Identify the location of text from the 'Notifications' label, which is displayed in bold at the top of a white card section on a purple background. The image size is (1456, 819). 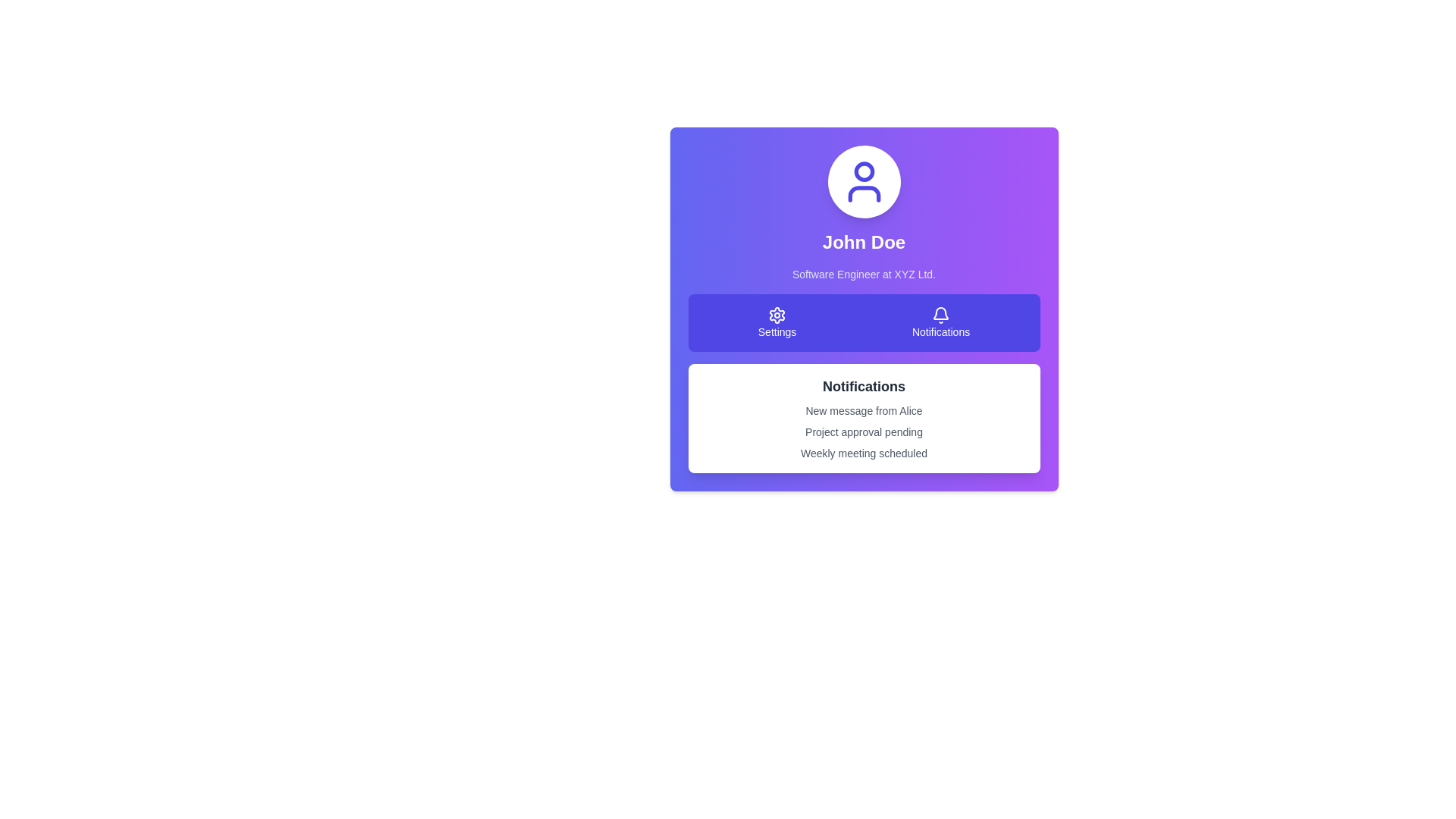
(864, 385).